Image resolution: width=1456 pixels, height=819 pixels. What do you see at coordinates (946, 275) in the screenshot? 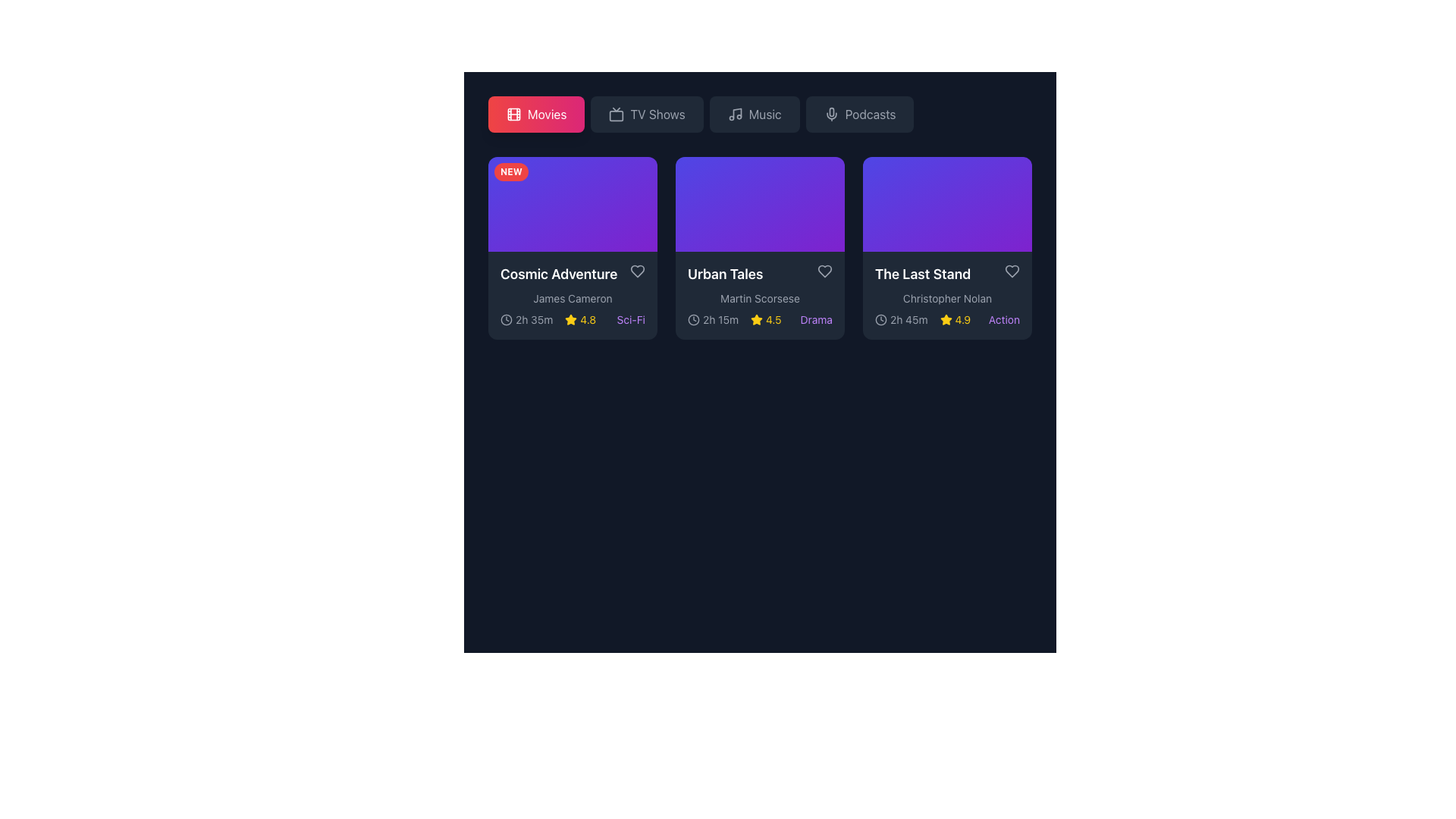
I see `text header labeled 'The Last Stand', which is the first line entry of the third movie card in the horizontally oriented list under the 'Movies' tab` at bounding box center [946, 275].